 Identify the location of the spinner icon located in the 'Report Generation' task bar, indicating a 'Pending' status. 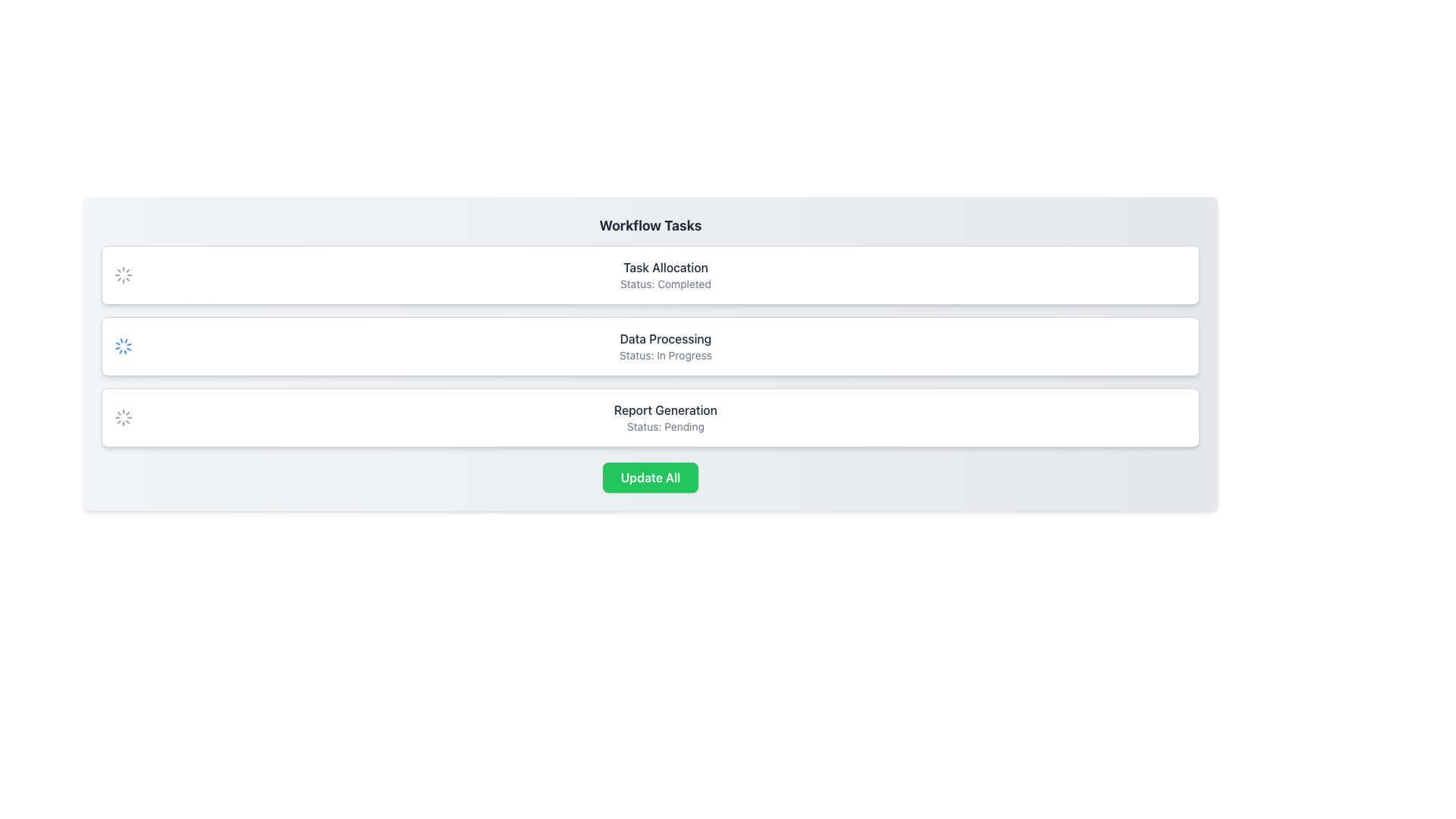
(124, 418).